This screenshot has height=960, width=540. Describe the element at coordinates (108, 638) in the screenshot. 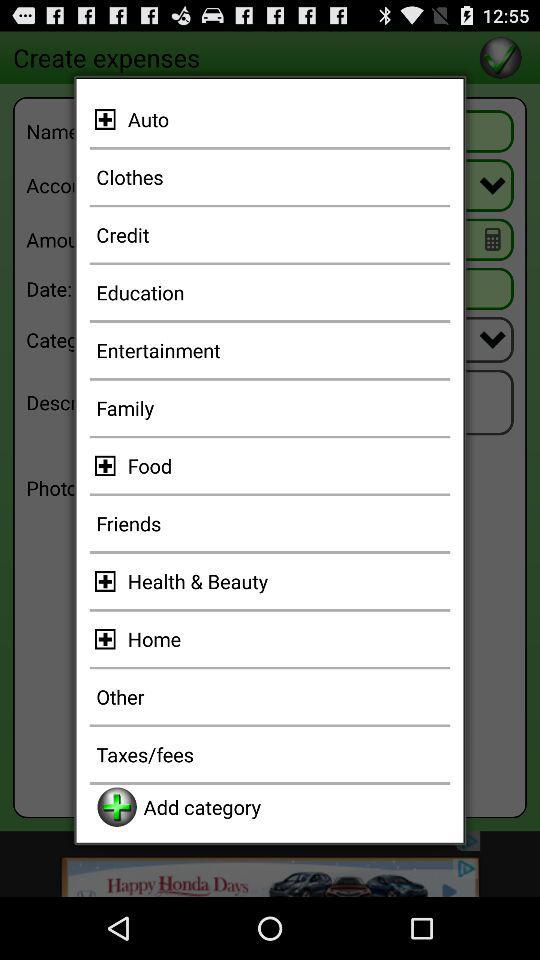

I see `explore home option` at that location.